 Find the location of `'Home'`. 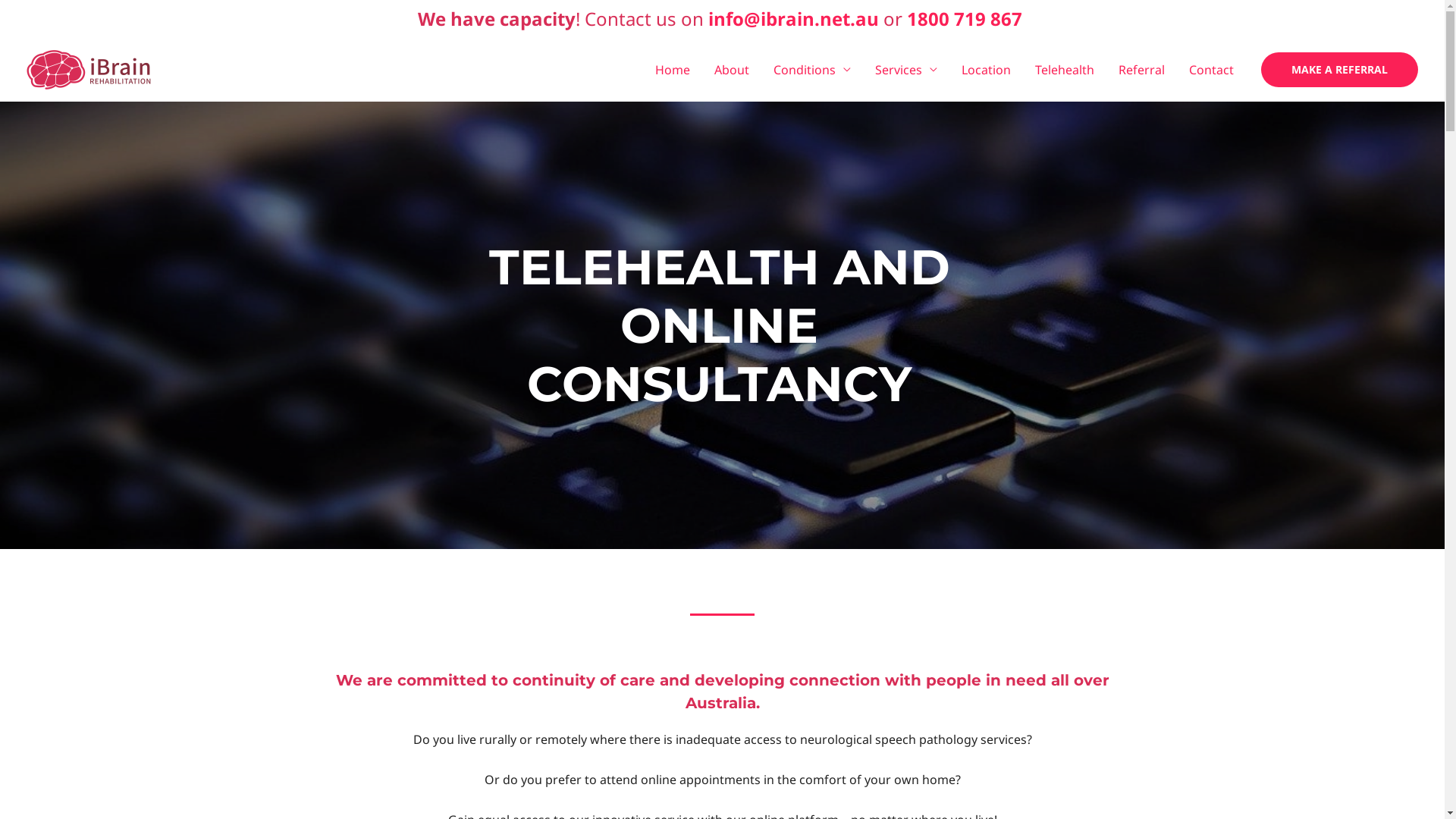

'Home' is located at coordinates (643, 70).